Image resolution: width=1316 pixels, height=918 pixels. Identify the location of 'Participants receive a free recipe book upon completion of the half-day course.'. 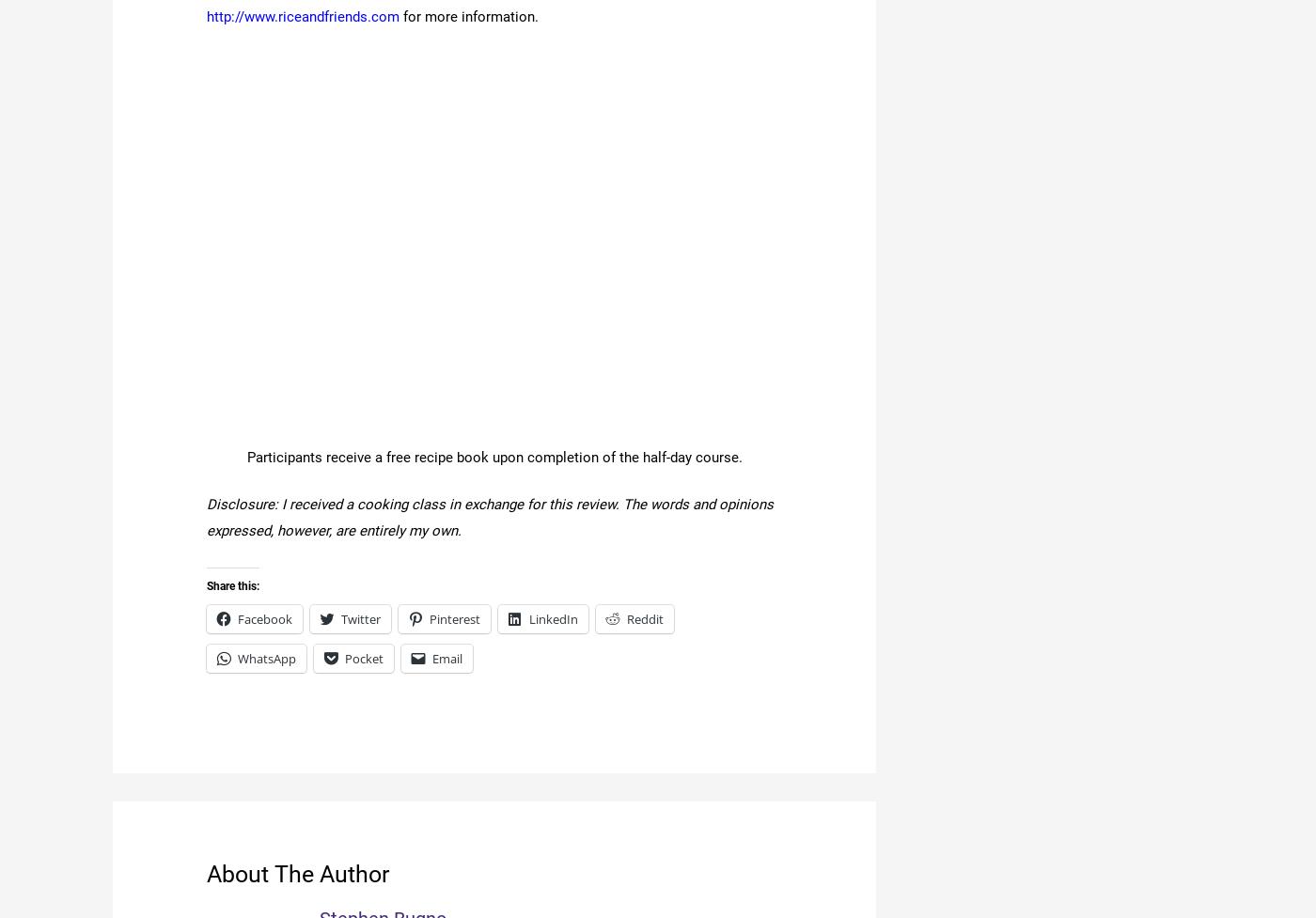
(493, 458).